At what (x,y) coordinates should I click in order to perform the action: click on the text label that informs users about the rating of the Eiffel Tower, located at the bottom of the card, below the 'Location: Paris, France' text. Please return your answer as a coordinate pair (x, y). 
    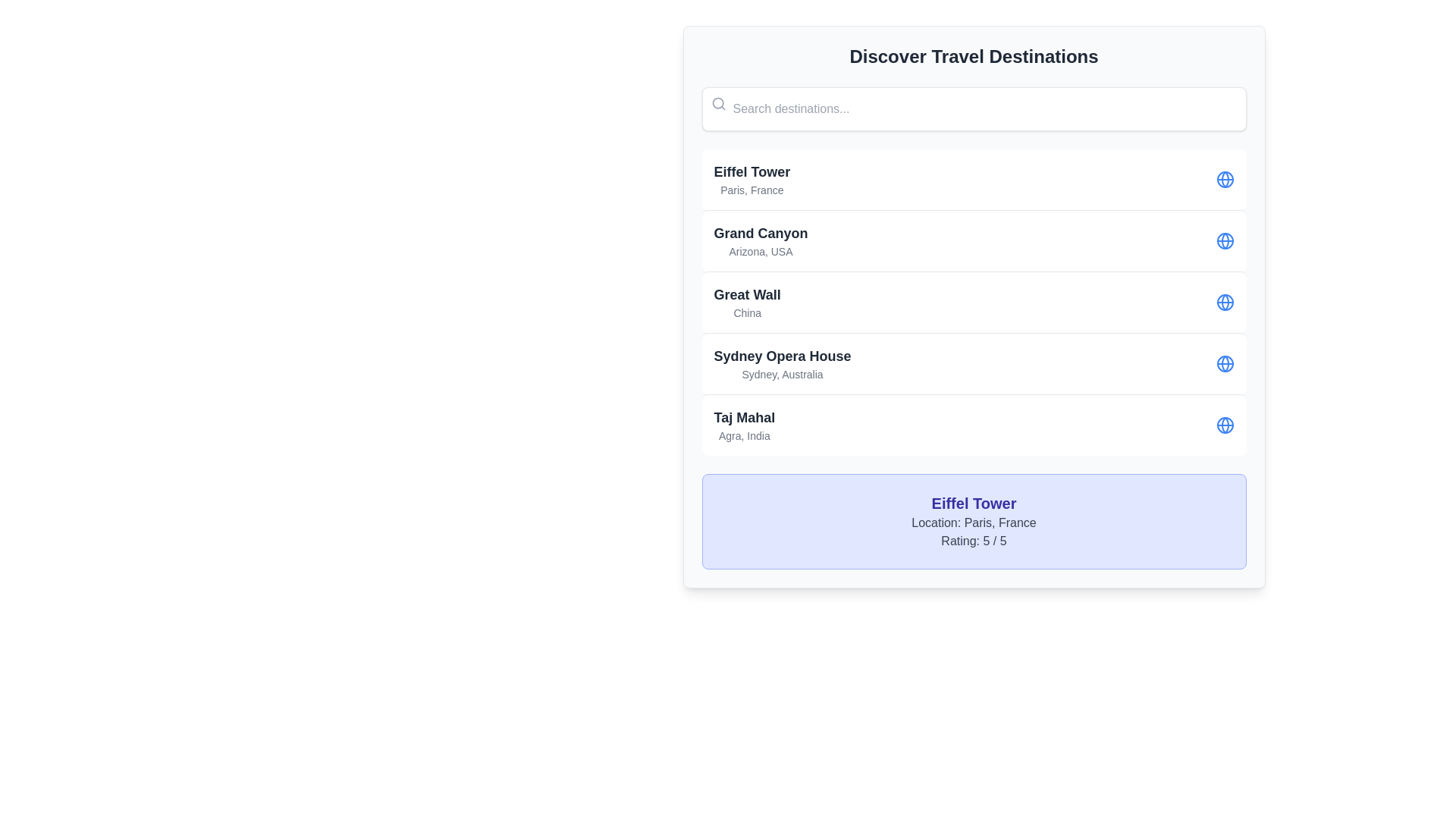
    Looking at the image, I should click on (974, 540).